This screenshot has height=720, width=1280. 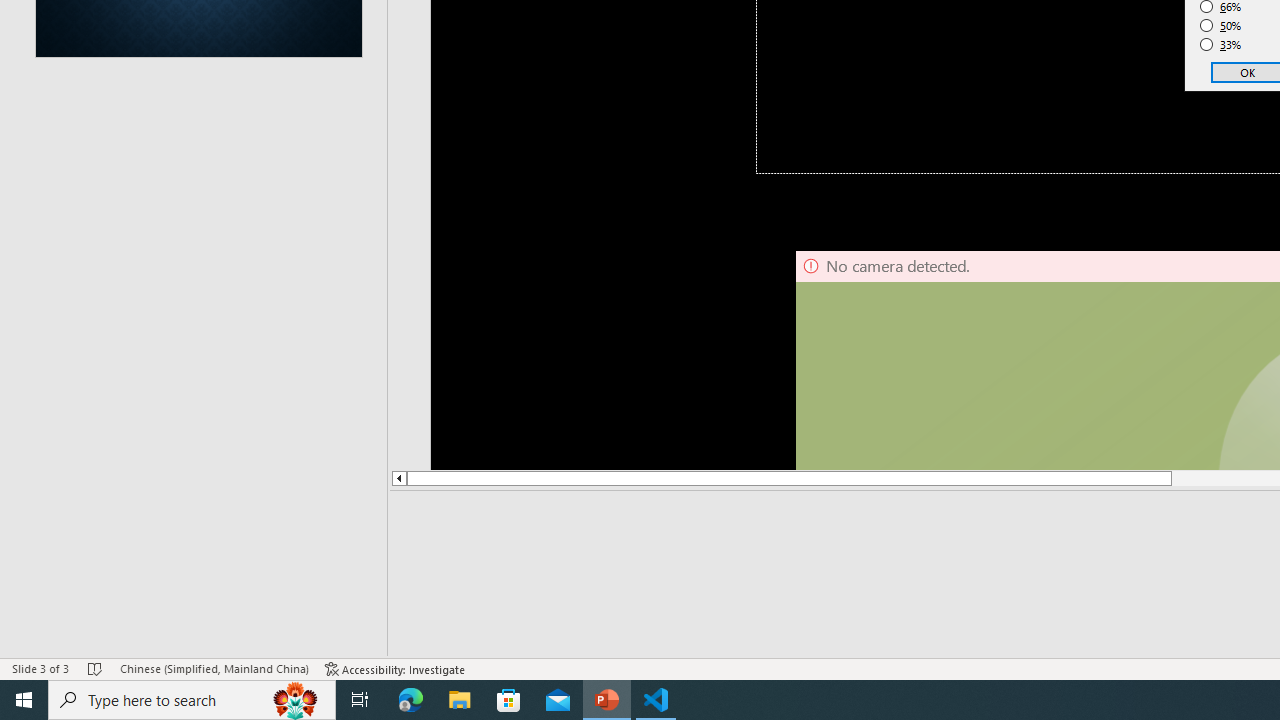 What do you see at coordinates (1220, 45) in the screenshot?
I see `'33%'` at bounding box center [1220, 45].